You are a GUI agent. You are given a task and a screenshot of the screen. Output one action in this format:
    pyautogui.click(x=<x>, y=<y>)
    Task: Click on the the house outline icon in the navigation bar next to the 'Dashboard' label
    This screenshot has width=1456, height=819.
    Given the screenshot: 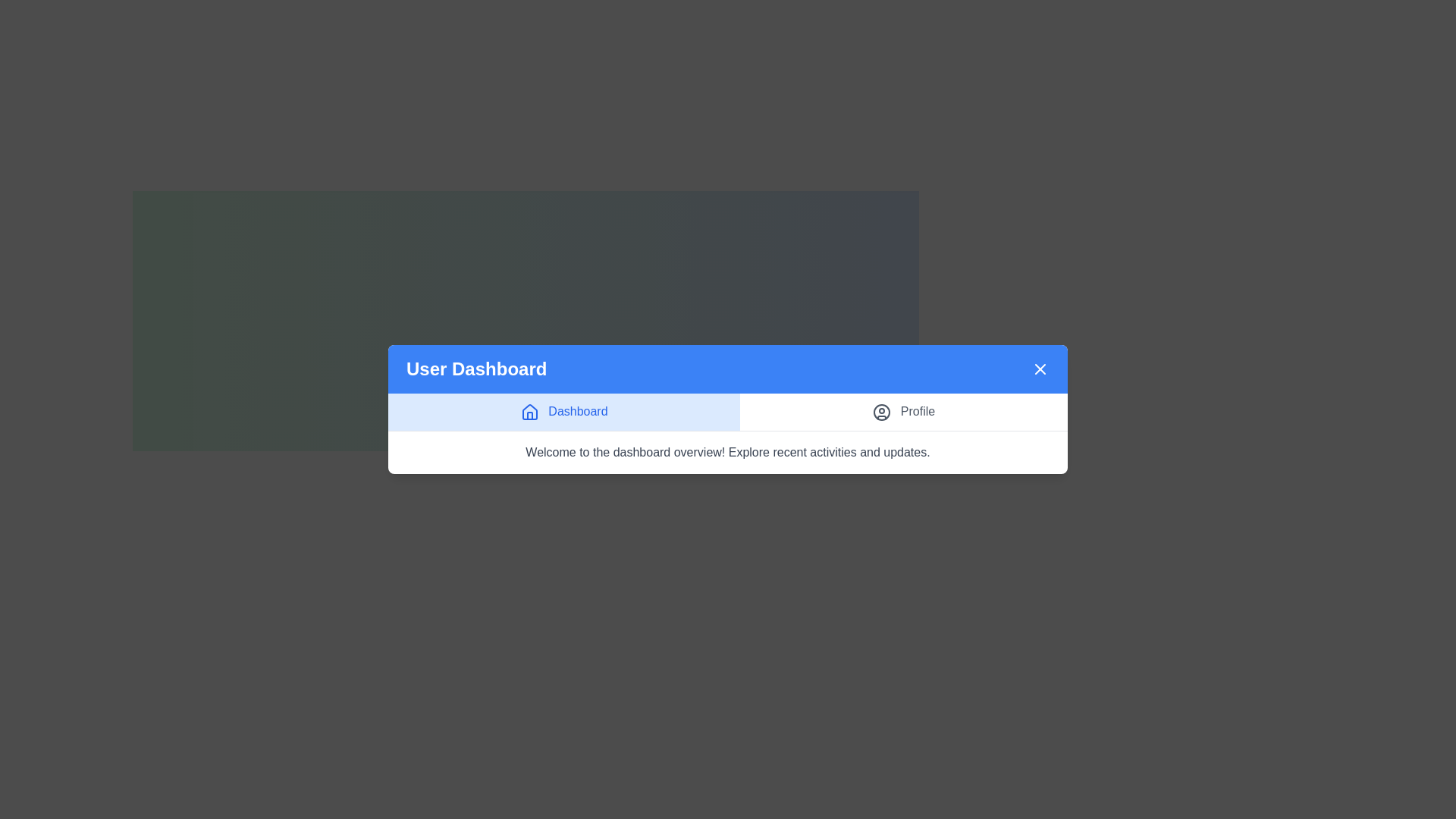 What is the action you would take?
    pyautogui.click(x=529, y=412)
    